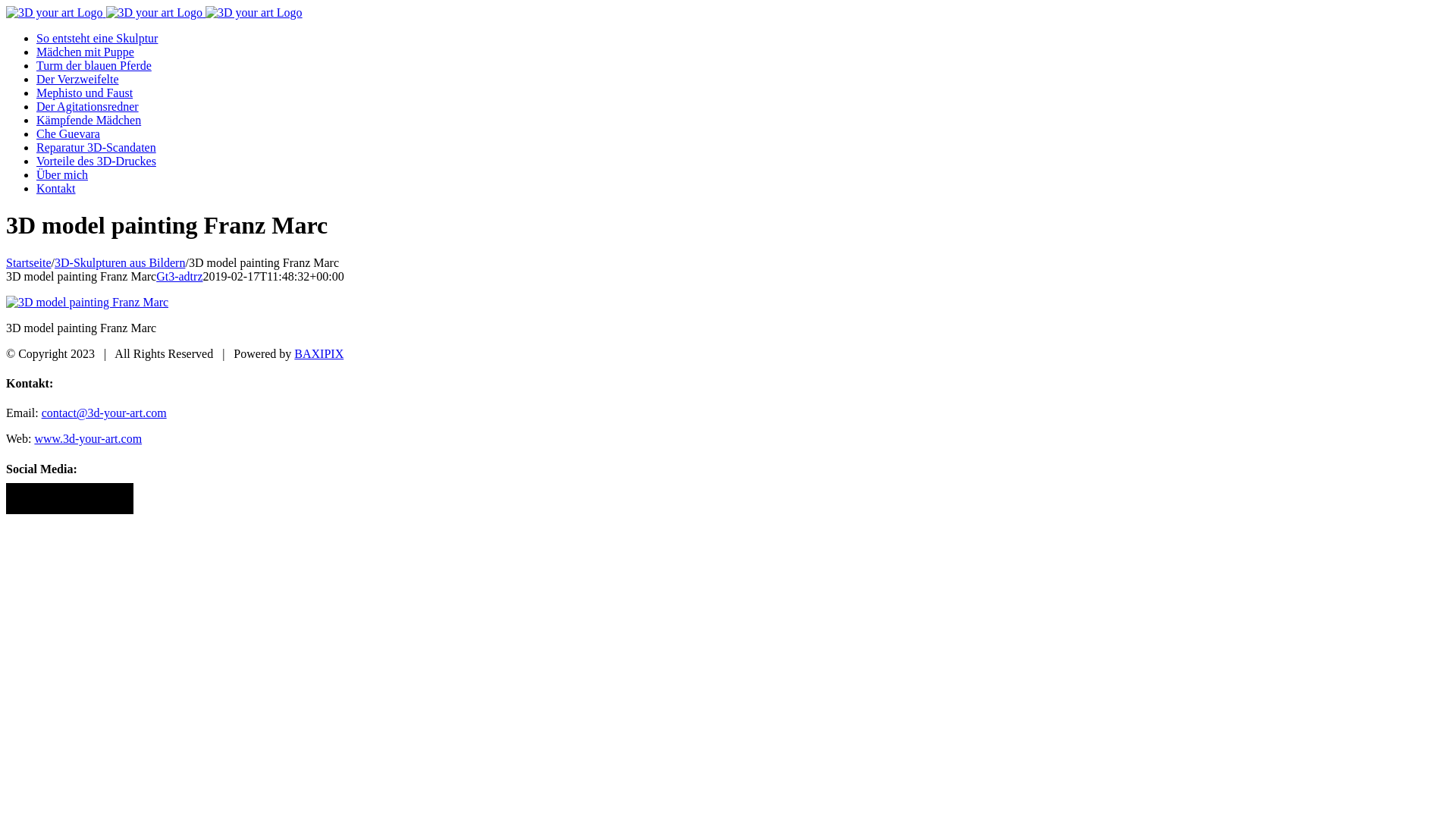  What do you see at coordinates (5, 5) in the screenshot?
I see `'Zum Inhalt springen'` at bounding box center [5, 5].